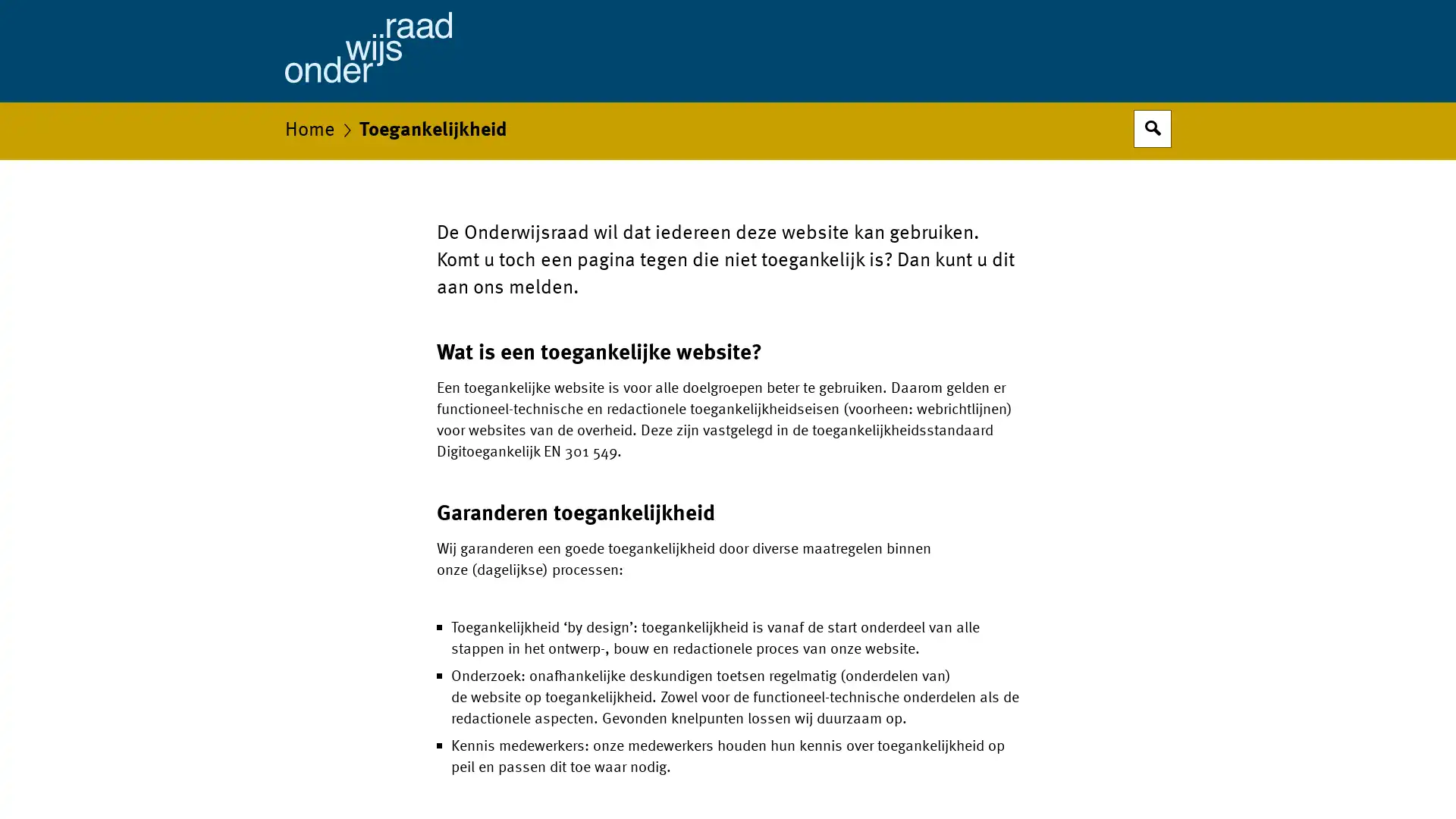  What do you see at coordinates (1153, 127) in the screenshot?
I see `Open zoekveld` at bounding box center [1153, 127].